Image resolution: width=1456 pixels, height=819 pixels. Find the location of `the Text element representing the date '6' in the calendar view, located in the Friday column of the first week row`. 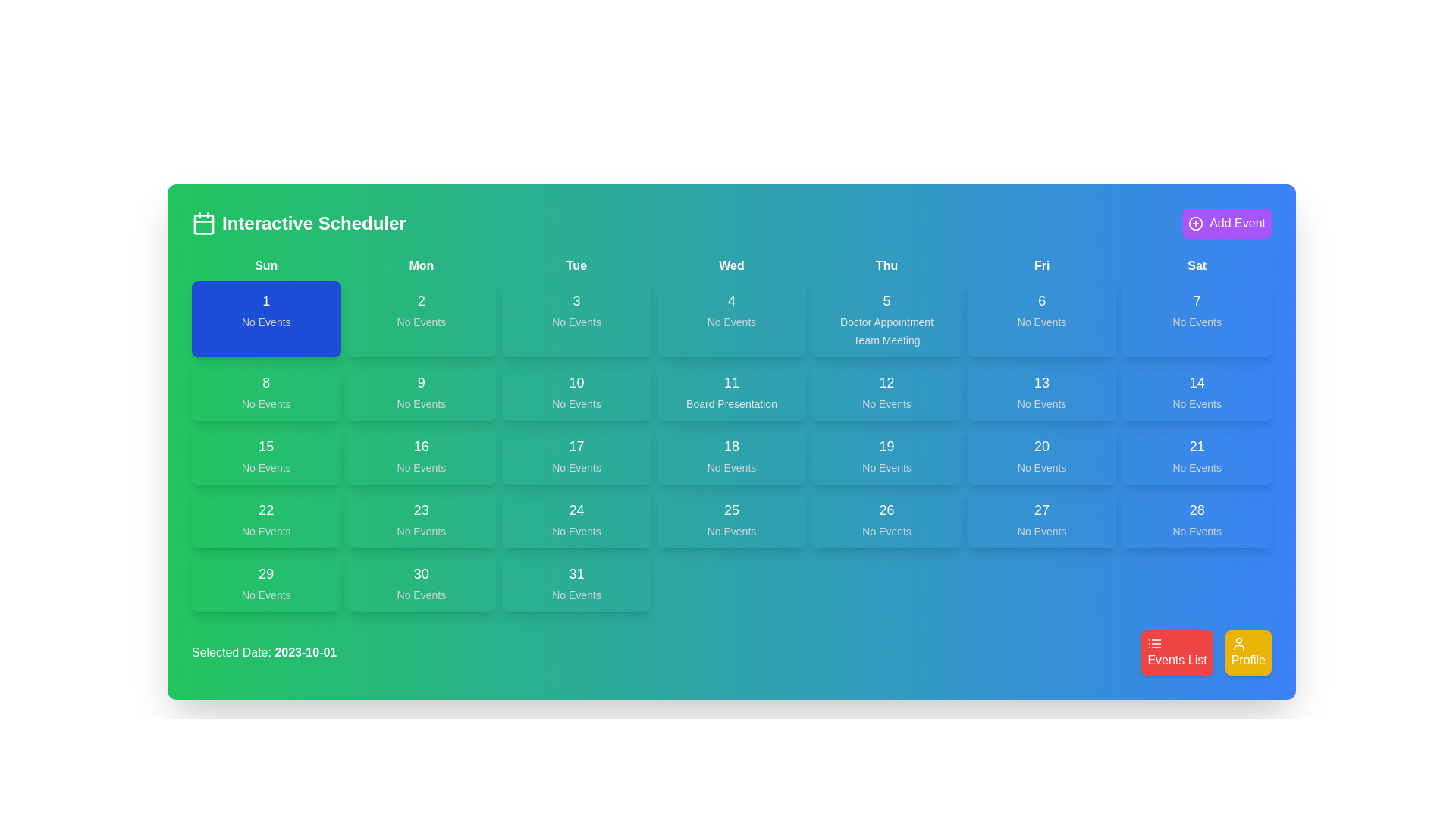

the Text element representing the date '6' in the calendar view, located in the Friday column of the first week row is located at coordinates (1040, 301).